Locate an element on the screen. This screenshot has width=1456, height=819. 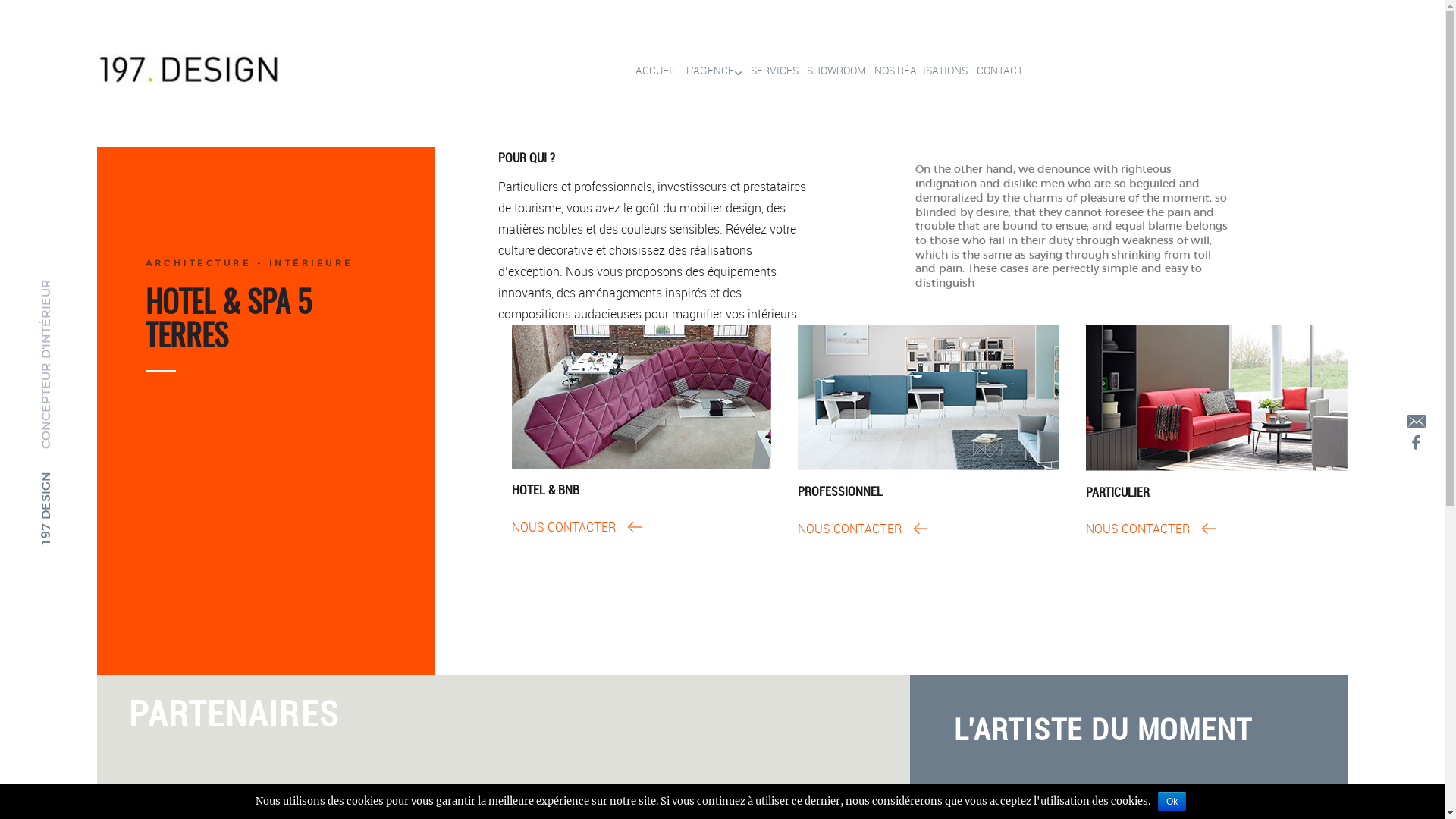
'lien facebook 197.design' is located at coordinates (1415, 441).